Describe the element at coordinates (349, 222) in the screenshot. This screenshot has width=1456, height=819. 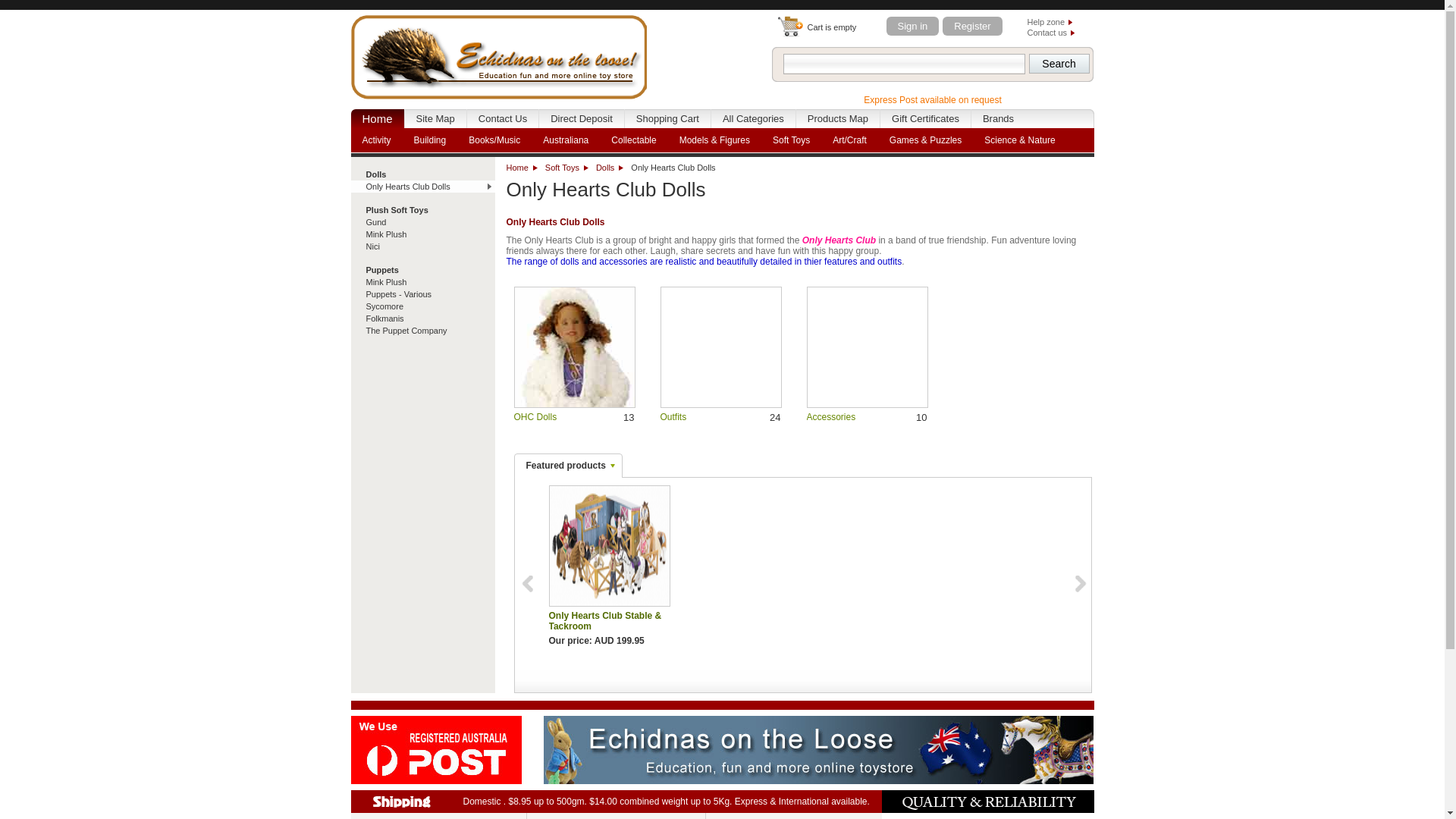
I see `'Gund'` at that location.